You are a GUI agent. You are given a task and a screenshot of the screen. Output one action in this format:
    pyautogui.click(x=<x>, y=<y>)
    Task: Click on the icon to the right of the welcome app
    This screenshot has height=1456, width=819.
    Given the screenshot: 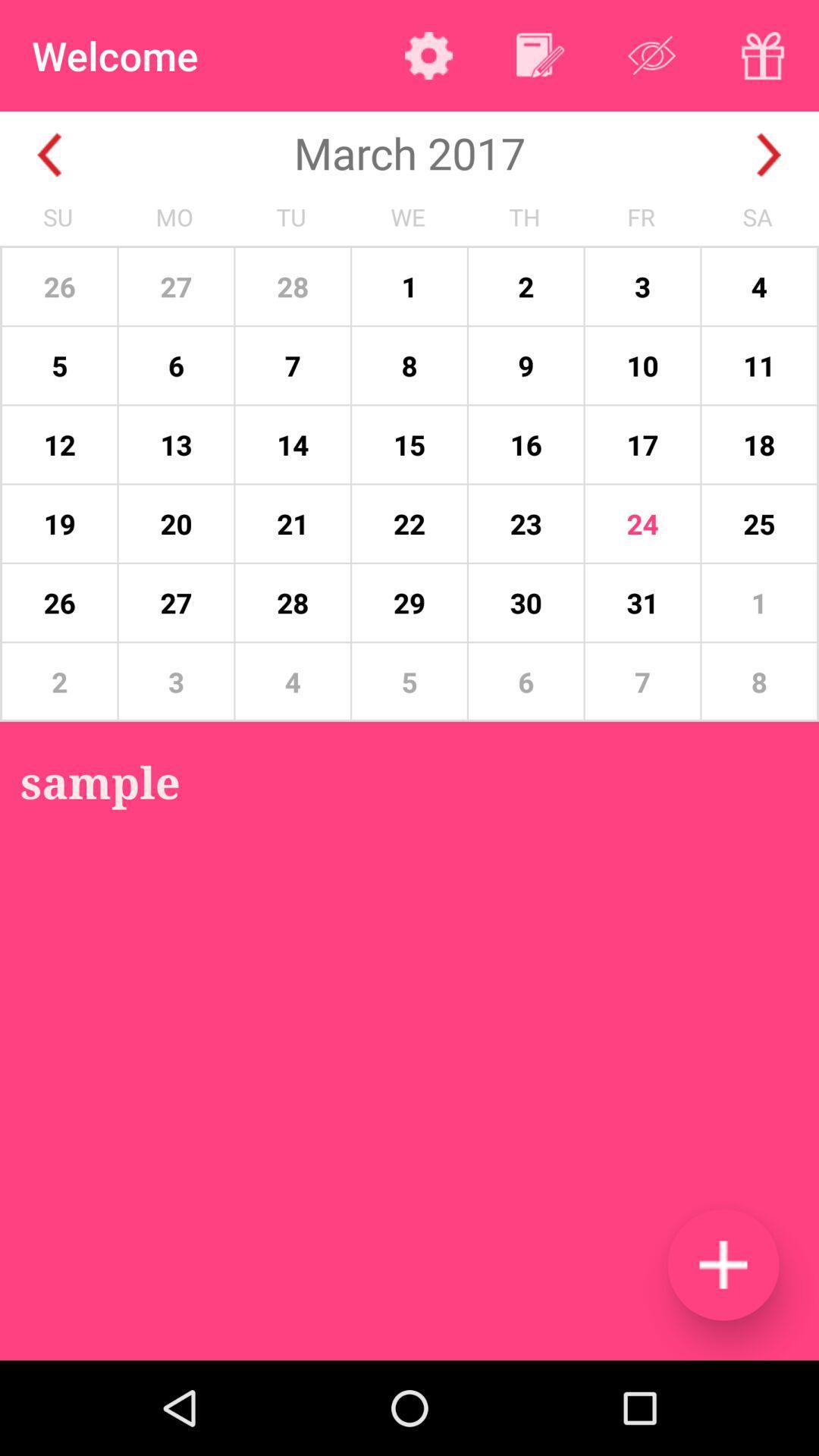 What is the action you would take?
    pyautogui.click(x=428, y=55)
    